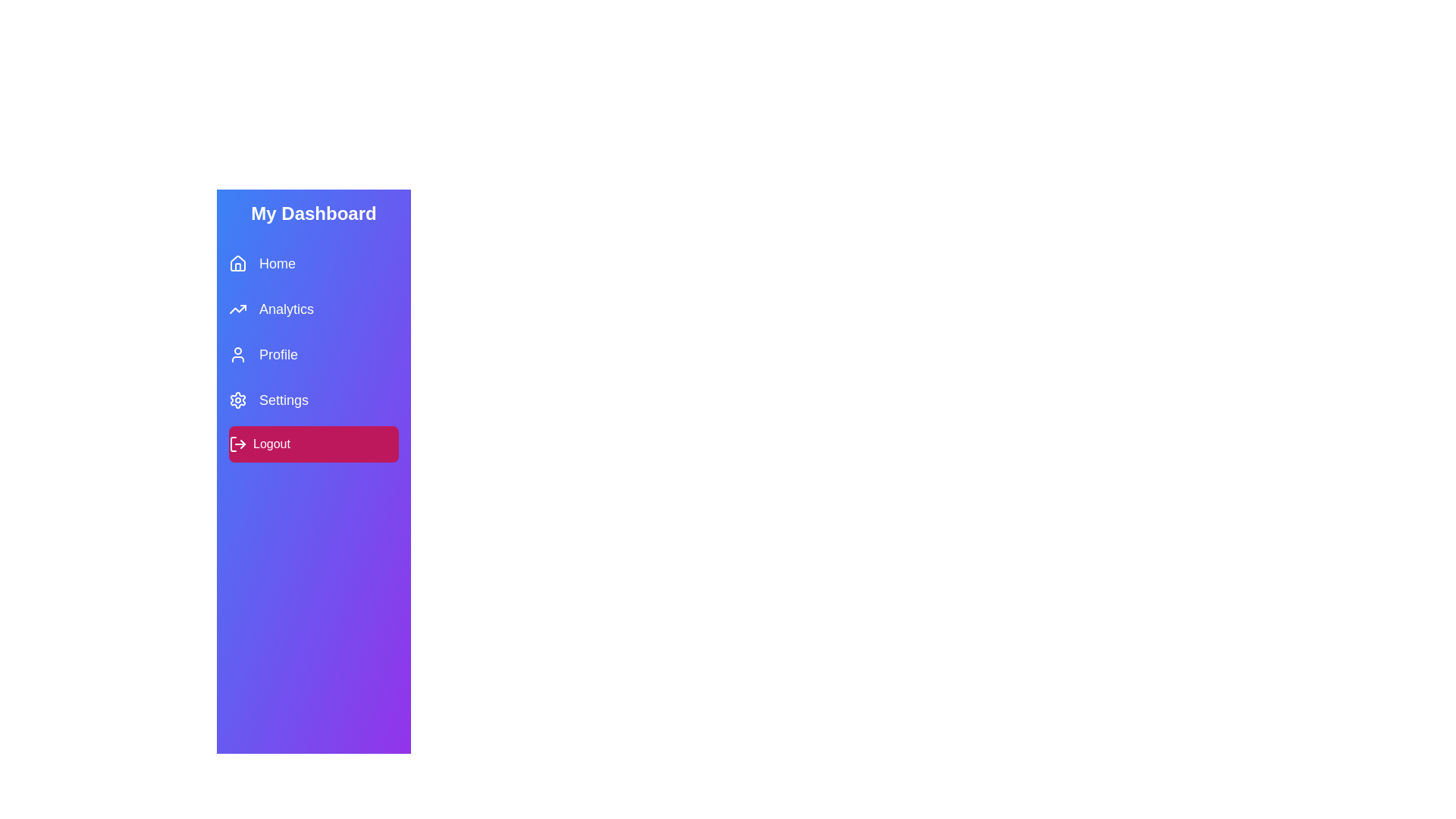 The image size is (1456, 819). I want to click on the profile icon, which is a circular representation of a person, located in the vertical navigation bar to the left of the 'Profile' text, so click(237, 354).